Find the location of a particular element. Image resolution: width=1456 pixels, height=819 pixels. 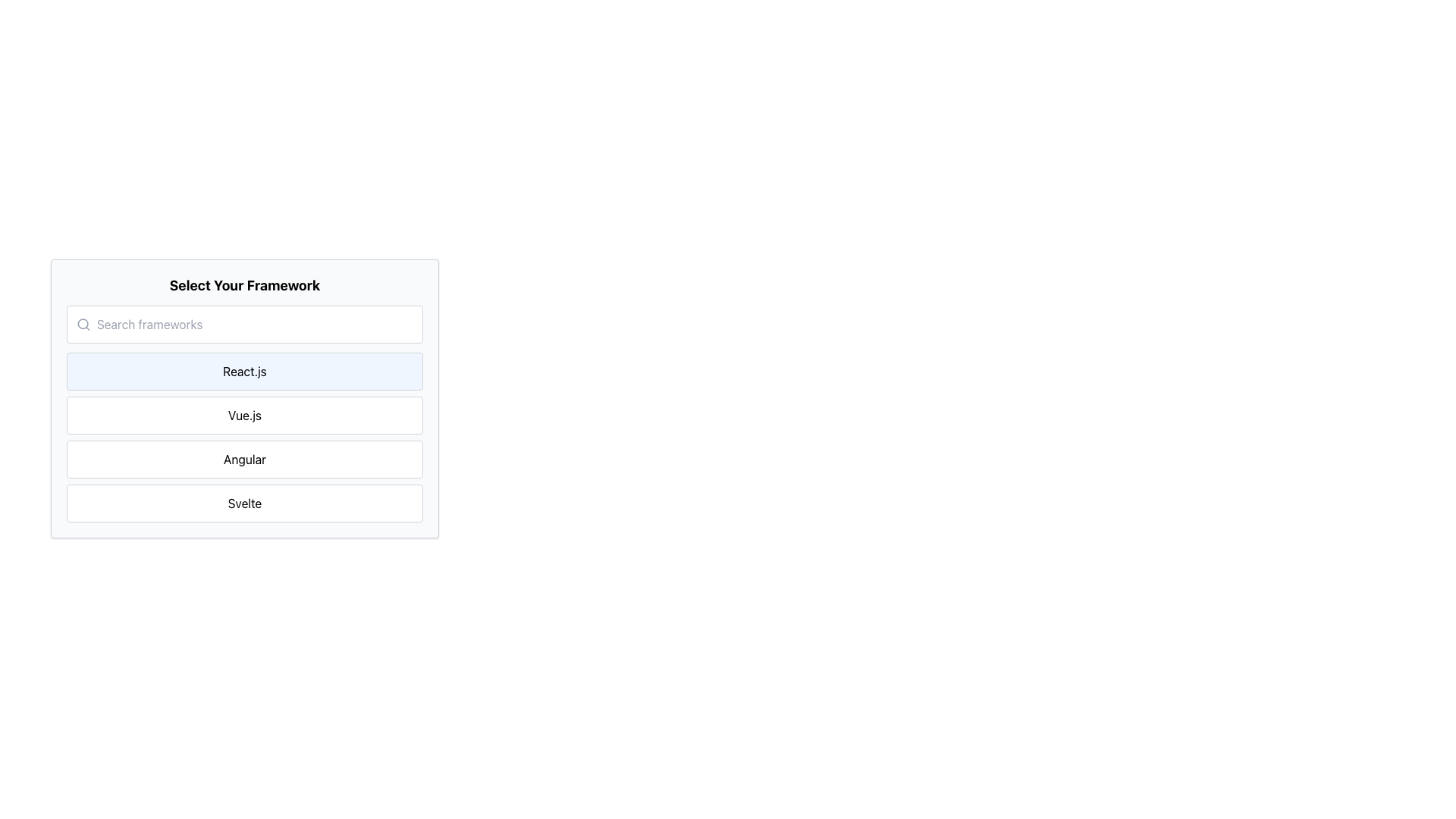

the 'Angular' button, which is the third option in the list of framework selections is located at coordinates (244, 458).